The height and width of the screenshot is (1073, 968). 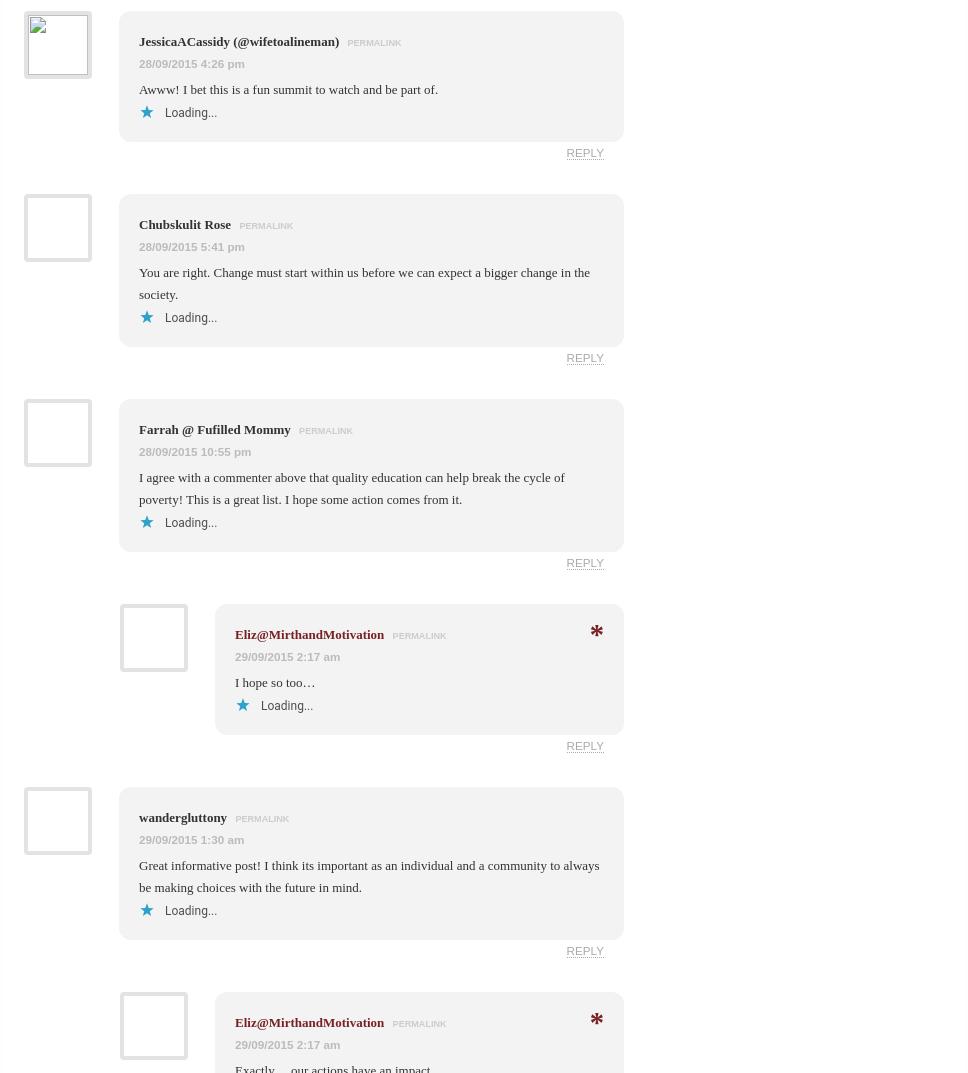 What do you see at coordinates (215, 428) in the screenshot?
I see `'Farrah @ Fufilled Mommy'` at bounding box center [215, 428].